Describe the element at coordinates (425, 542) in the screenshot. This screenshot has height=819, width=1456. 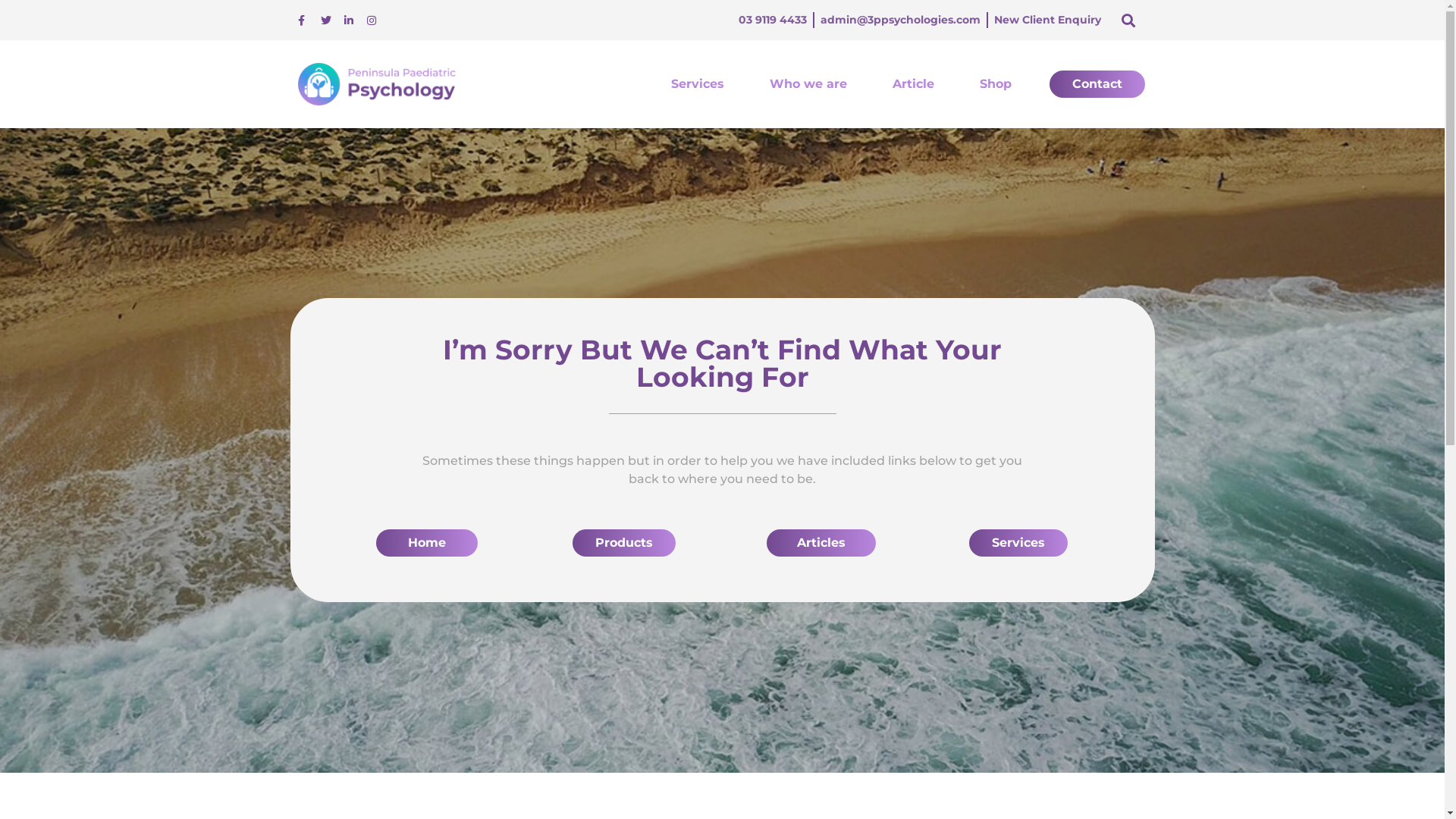
I see `'Home'` at that location.